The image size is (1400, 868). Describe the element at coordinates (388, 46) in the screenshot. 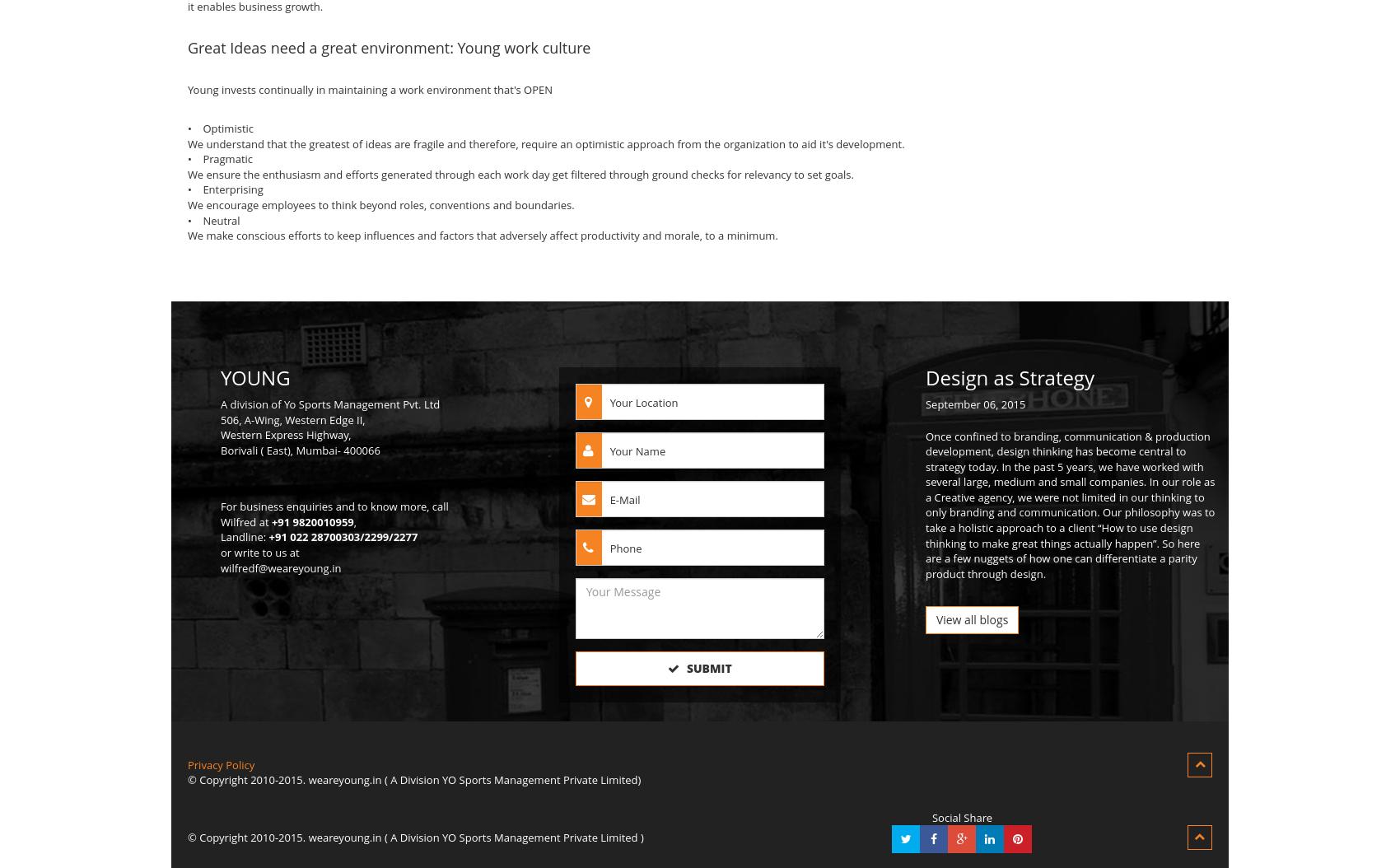

I see `'Great Ideas need a great environment: Young work culture'` at that location.